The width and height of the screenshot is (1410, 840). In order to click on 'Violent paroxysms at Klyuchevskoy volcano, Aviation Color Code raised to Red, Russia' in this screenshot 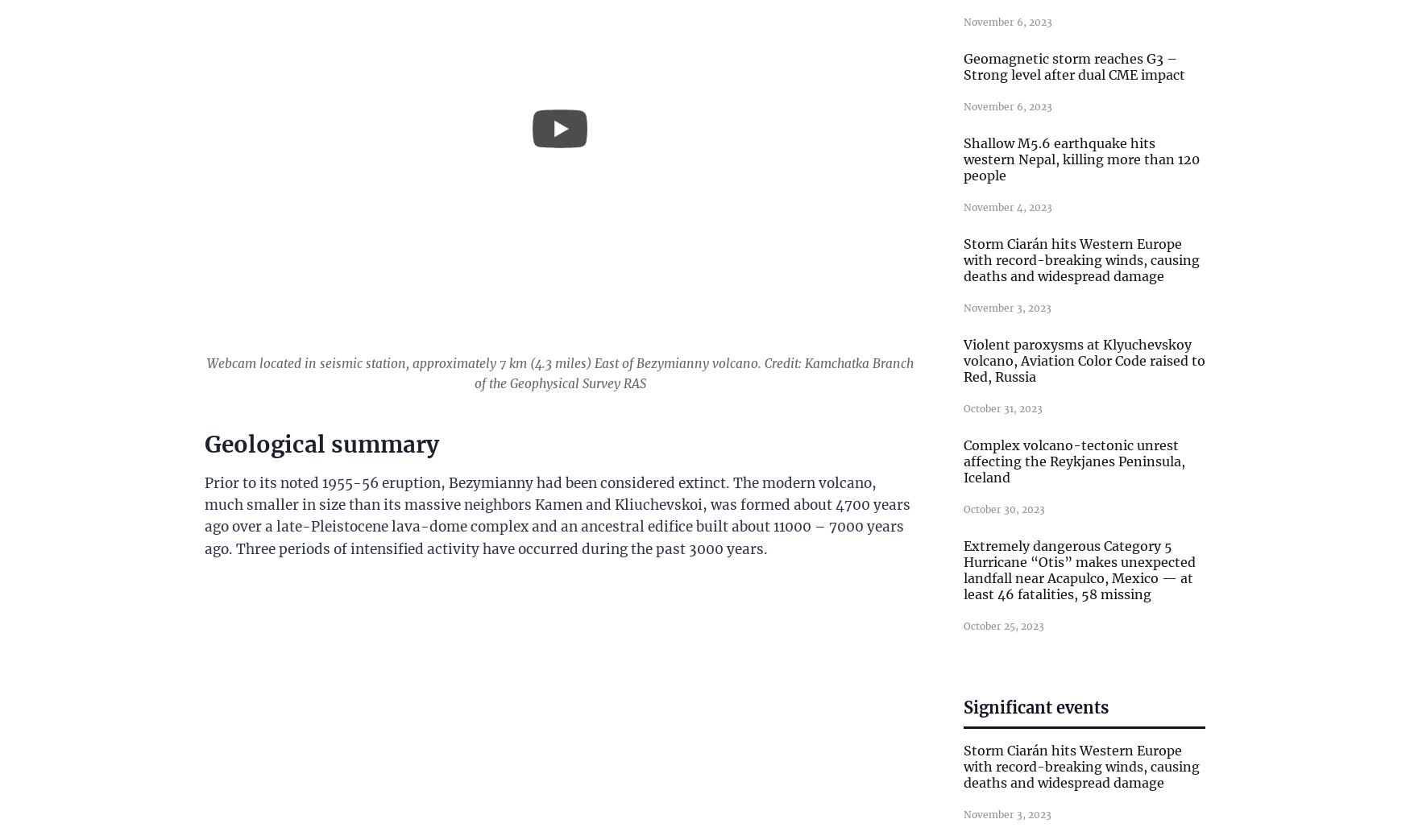, I will do `click(1084, 360)`.